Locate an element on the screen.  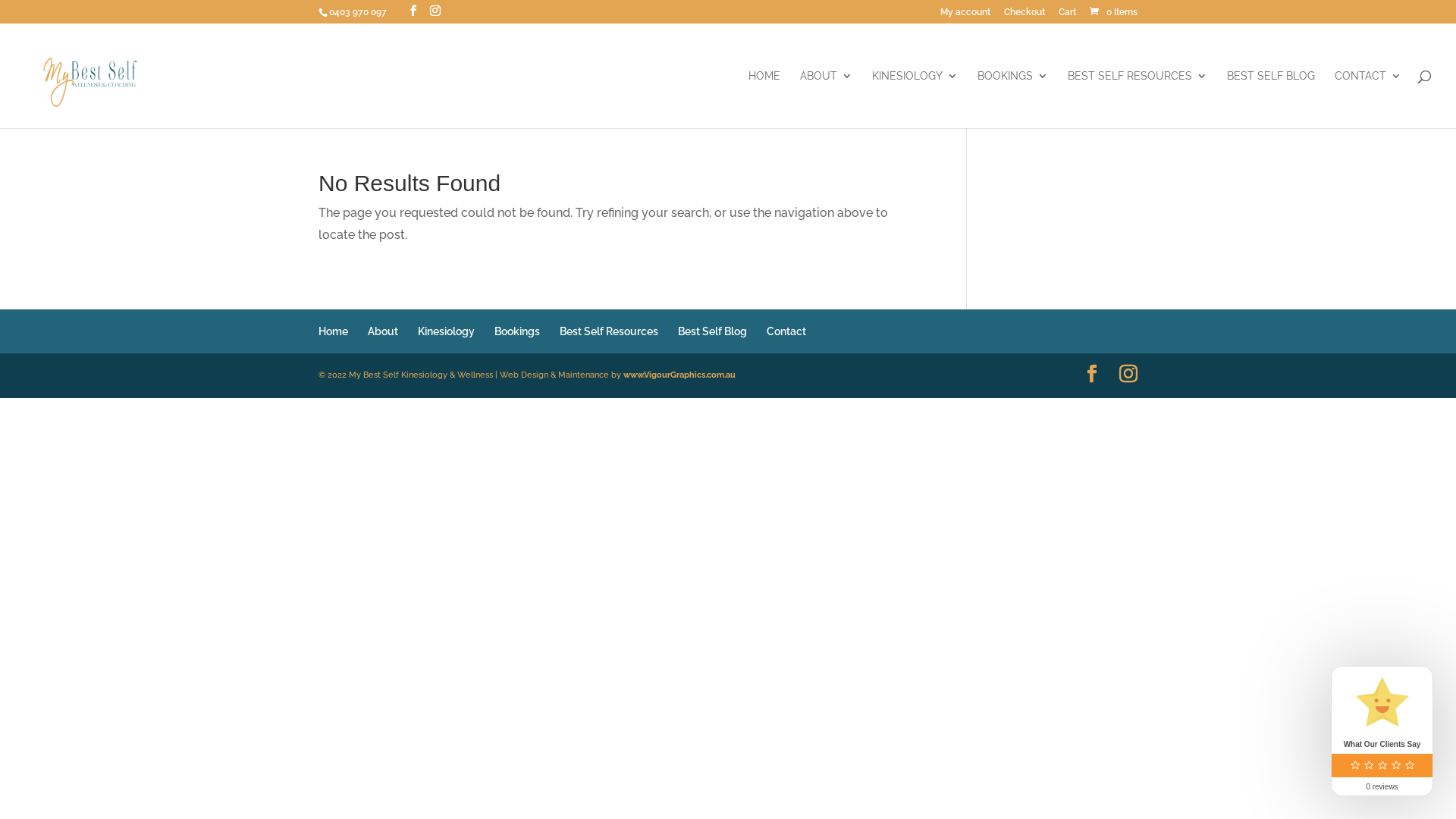
'Checkout' is located at coordinates (1024, 15).